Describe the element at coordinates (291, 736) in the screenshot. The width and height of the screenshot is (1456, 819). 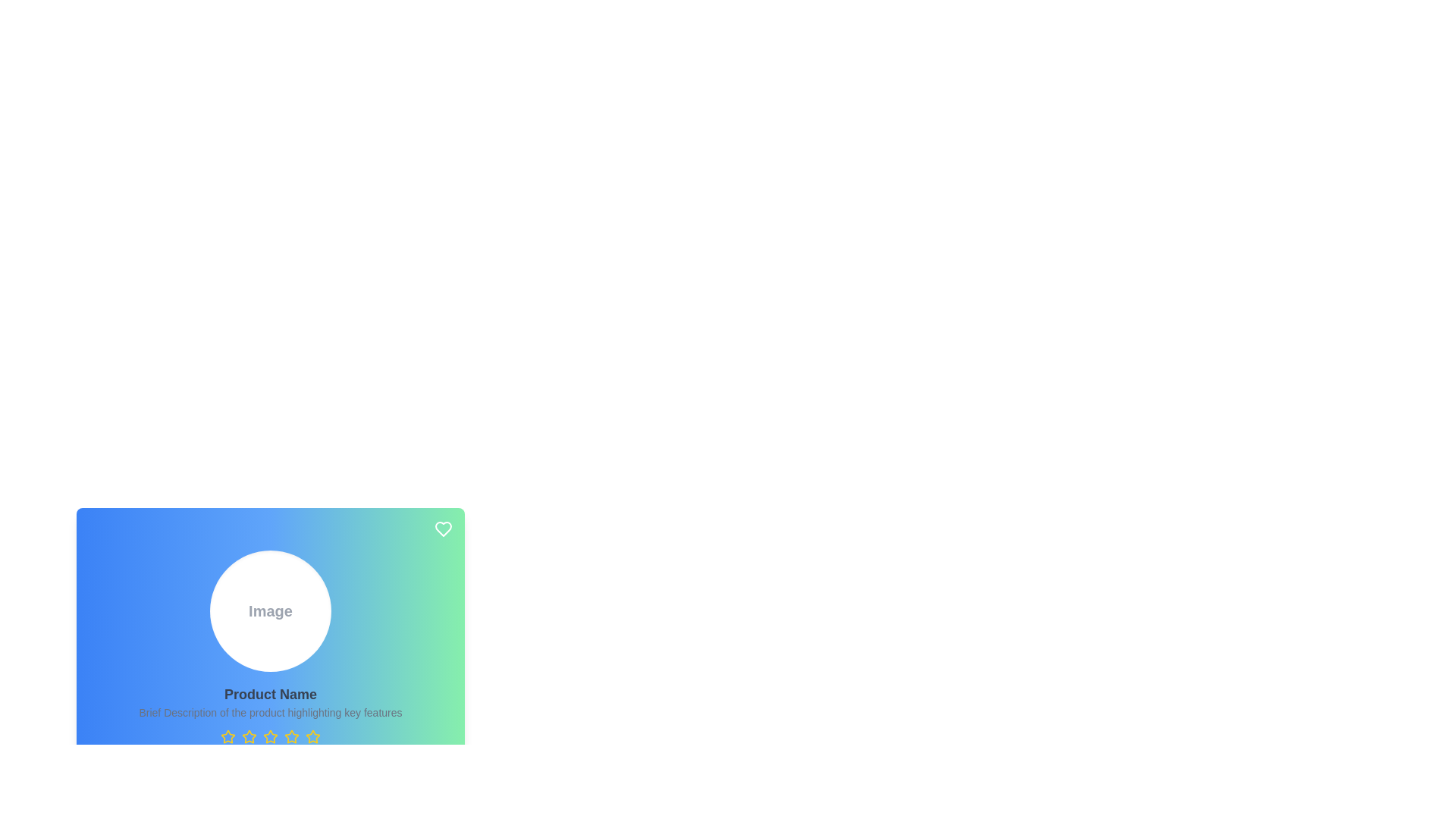
I see `the fifth star icon in the rating system` at that location.